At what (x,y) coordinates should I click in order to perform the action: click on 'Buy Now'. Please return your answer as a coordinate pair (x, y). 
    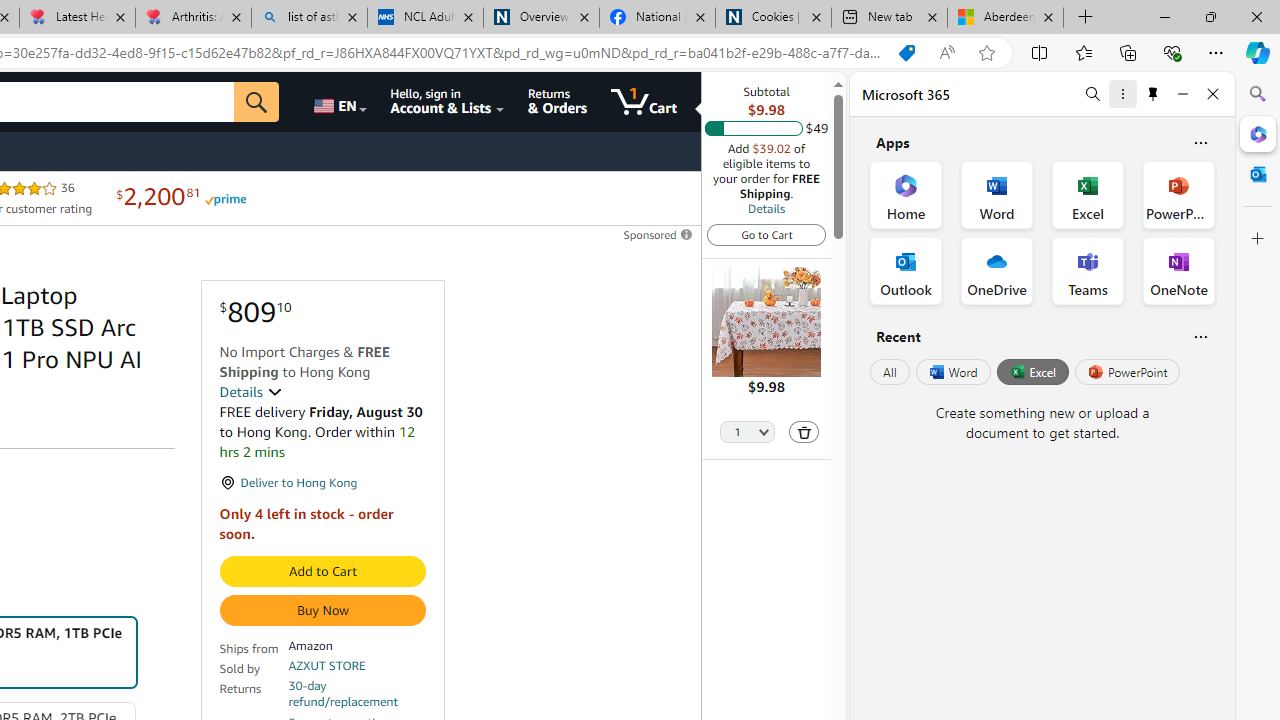
    Looking at the image, I should click on (322, 609).